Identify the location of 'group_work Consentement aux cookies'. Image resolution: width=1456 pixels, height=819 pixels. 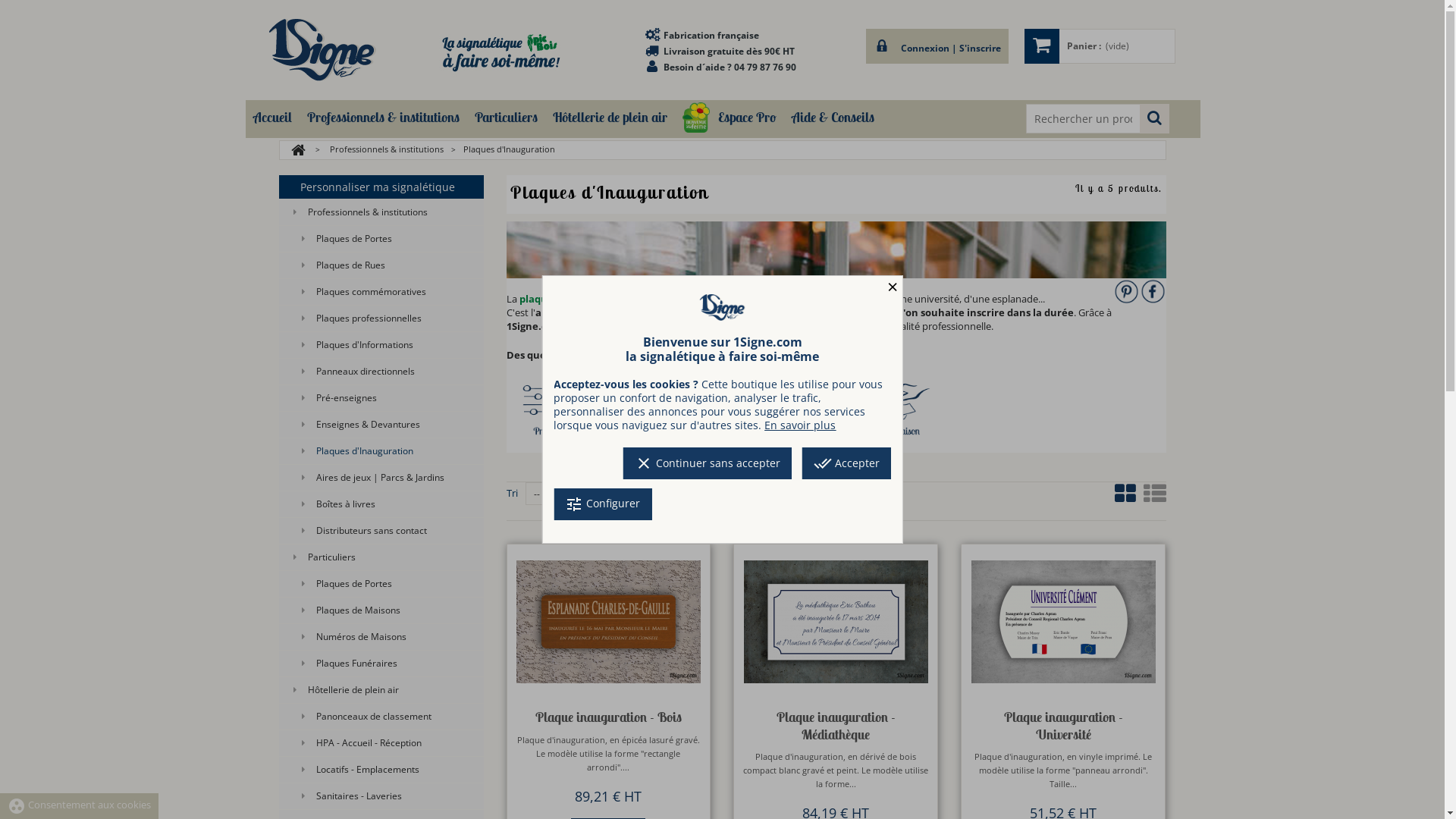
(78, 803).